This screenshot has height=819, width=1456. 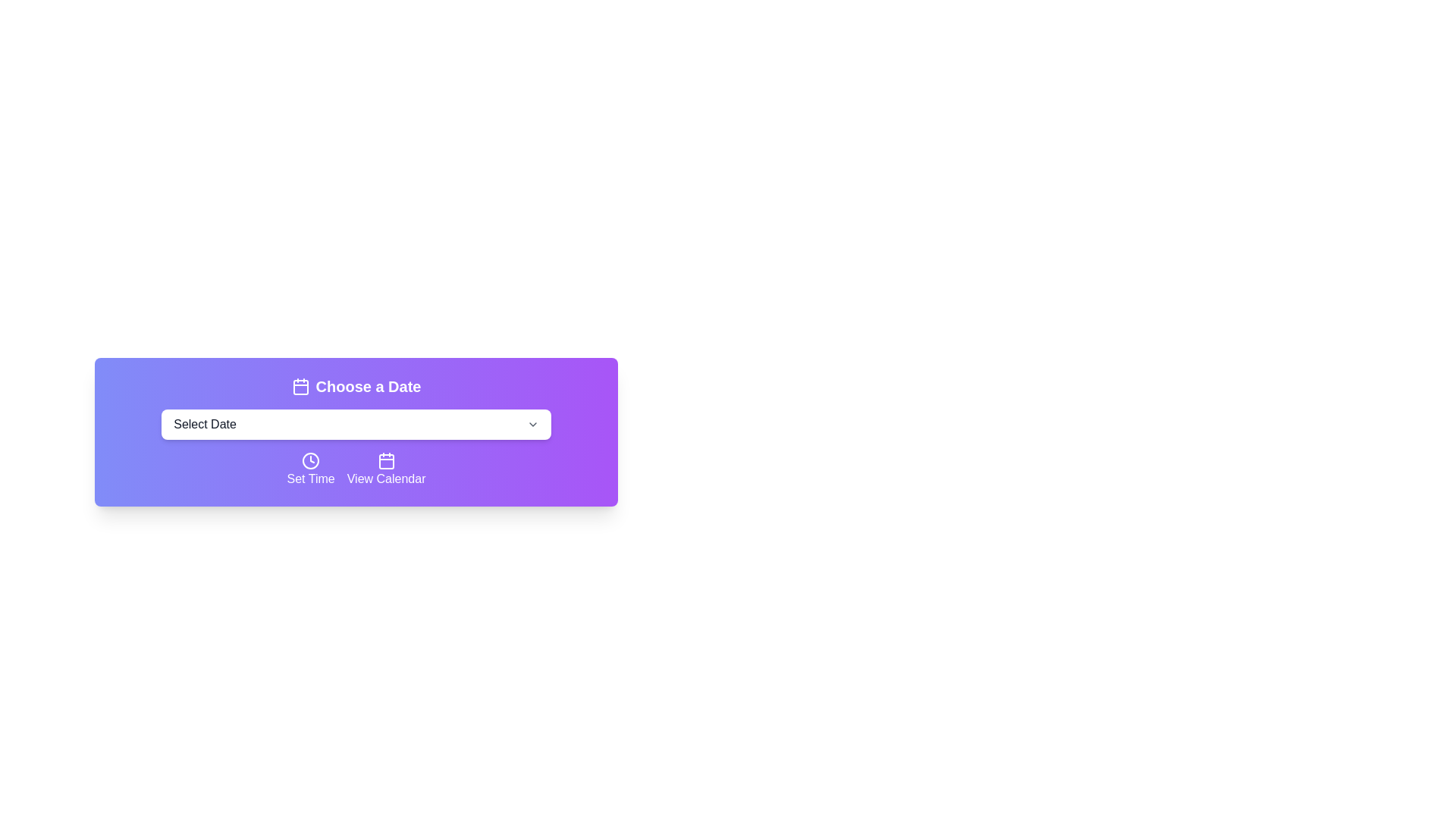 I want to click on the calendar icon located at the bottom-right part of the interface, which is part of the 'View Calendar' functionality, so click(x=386, y=460).